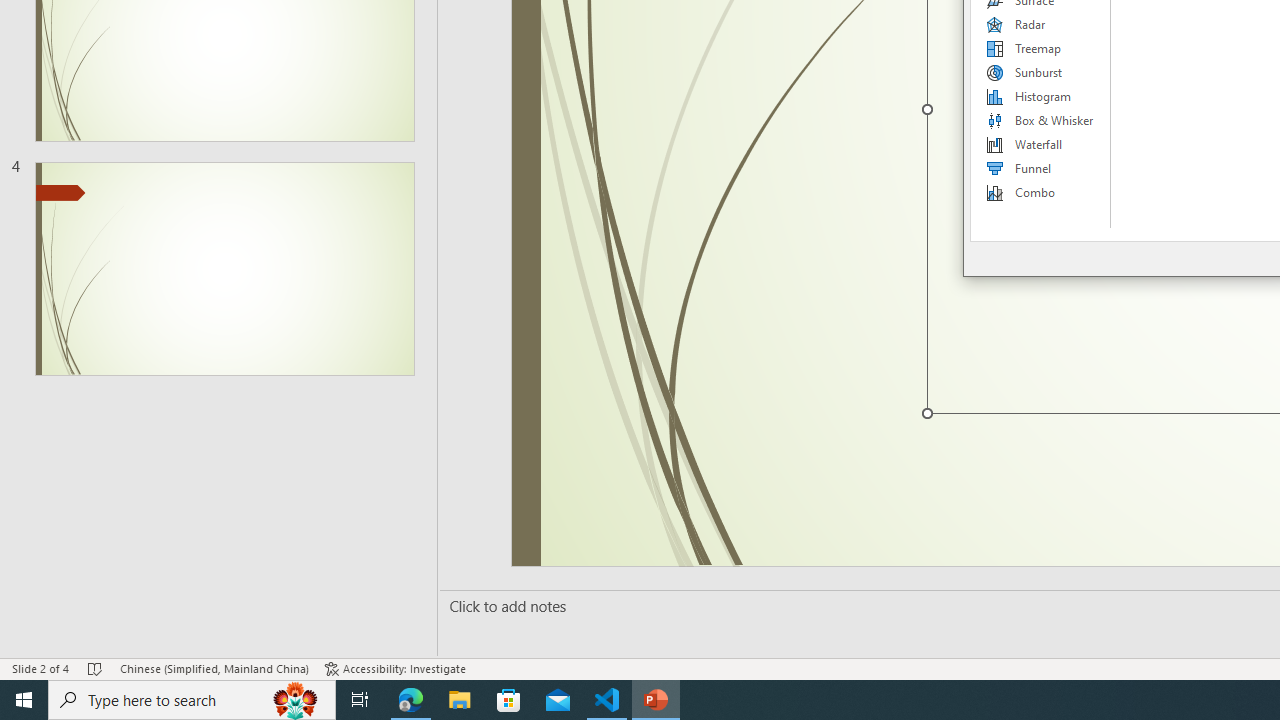 This screenshot has width=1280, height=720. Describe the element at coordinates (1040, 96) in the screenshot. I see `'Histogram'` at that location.